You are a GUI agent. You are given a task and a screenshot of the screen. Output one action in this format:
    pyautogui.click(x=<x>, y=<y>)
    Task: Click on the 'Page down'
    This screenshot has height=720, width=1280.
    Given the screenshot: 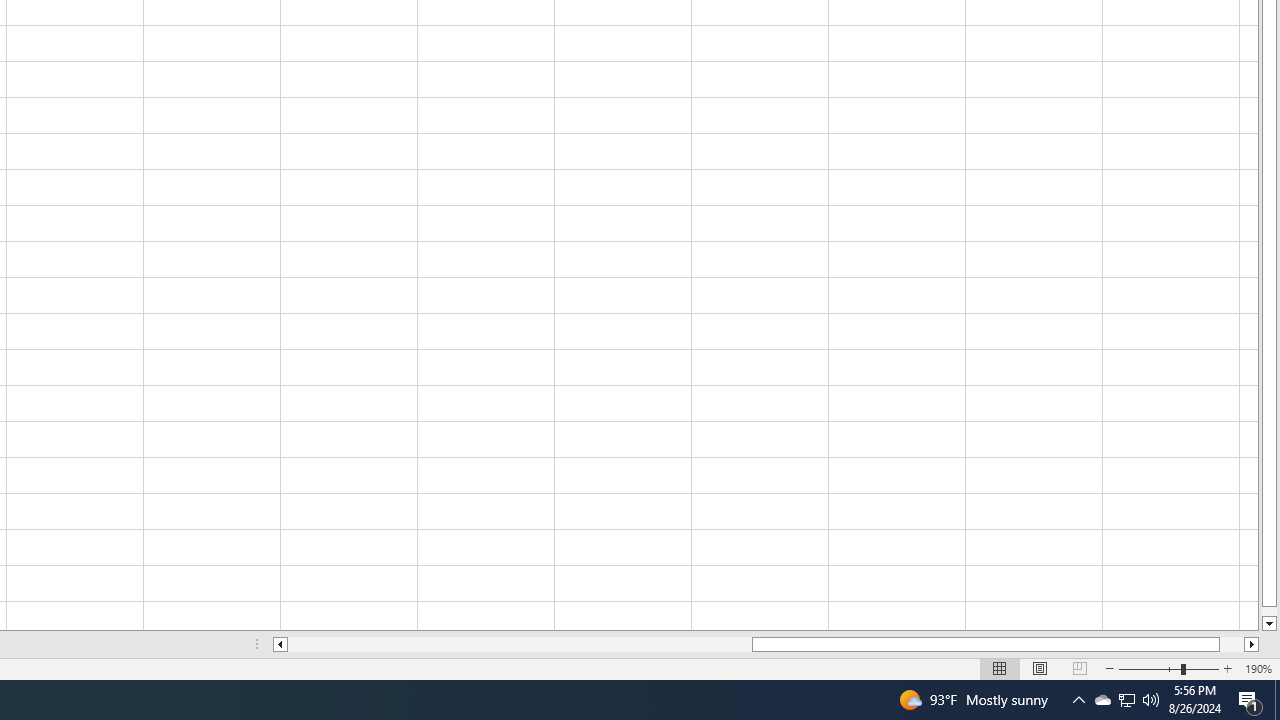 What is the action you would take?
    pyautogui.click(x=1268, y=610)
    